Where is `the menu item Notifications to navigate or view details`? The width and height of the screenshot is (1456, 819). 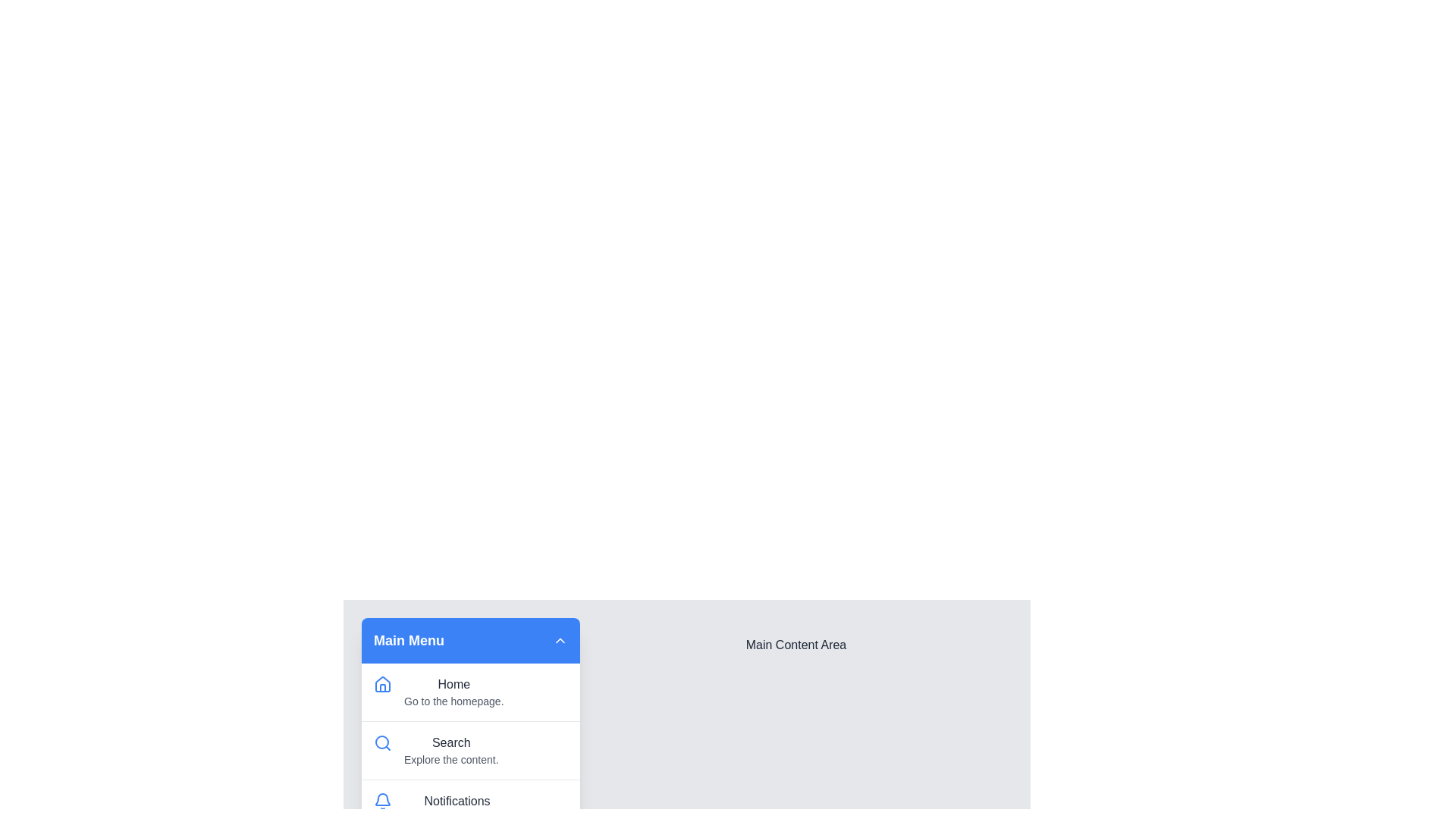 the menu item Notifications to navigate or view details is located at coordinates (469, 808).